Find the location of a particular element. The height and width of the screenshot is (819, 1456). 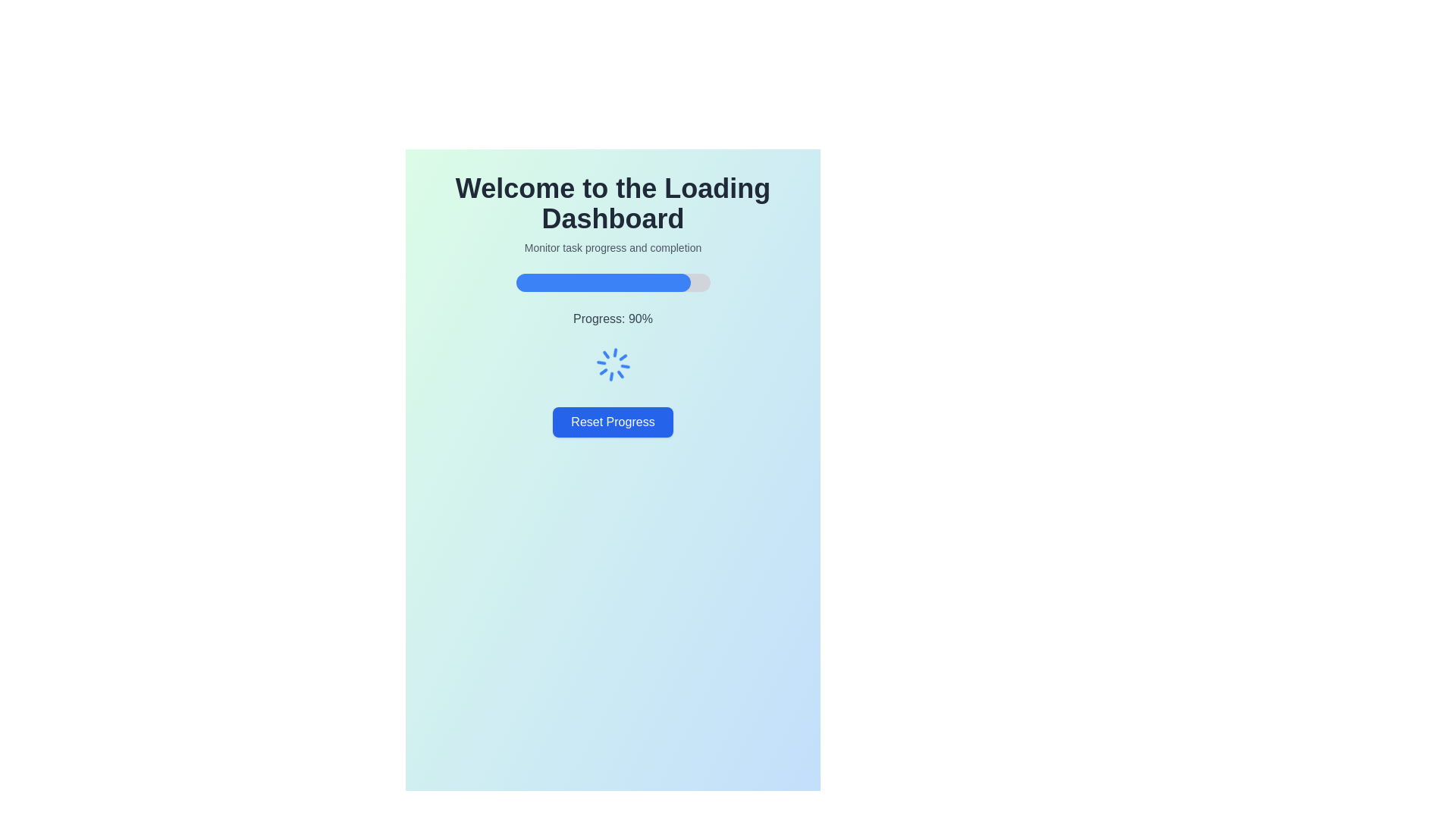

the blue button labeled 'Reset Progress' that is located below the progress bar and spinning loader icon to observe any hover effects is located at coordinates (613, 422).